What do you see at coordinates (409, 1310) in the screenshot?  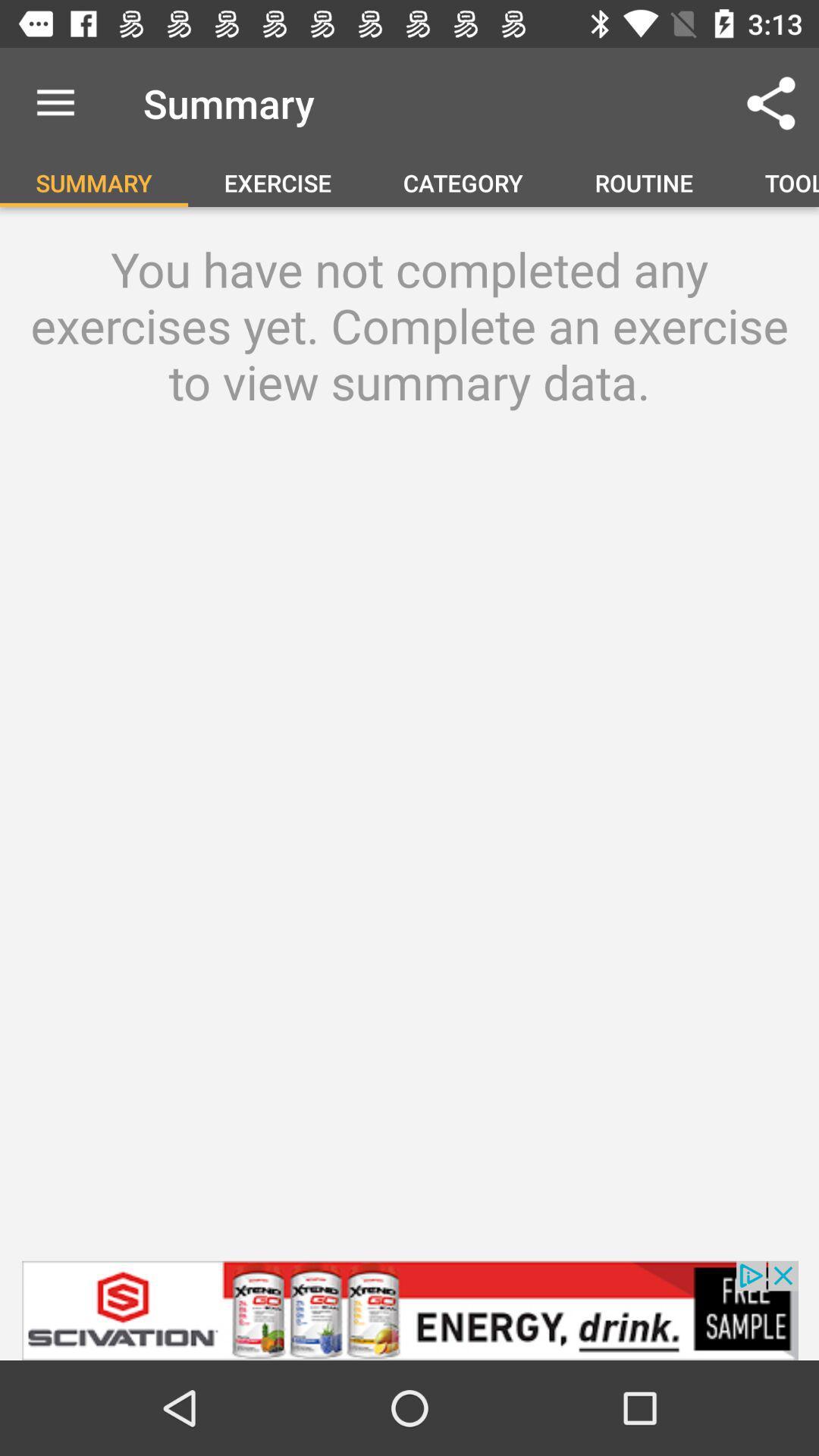 I see `the button is used to advertisement option` at bounding box center [409, 1310].